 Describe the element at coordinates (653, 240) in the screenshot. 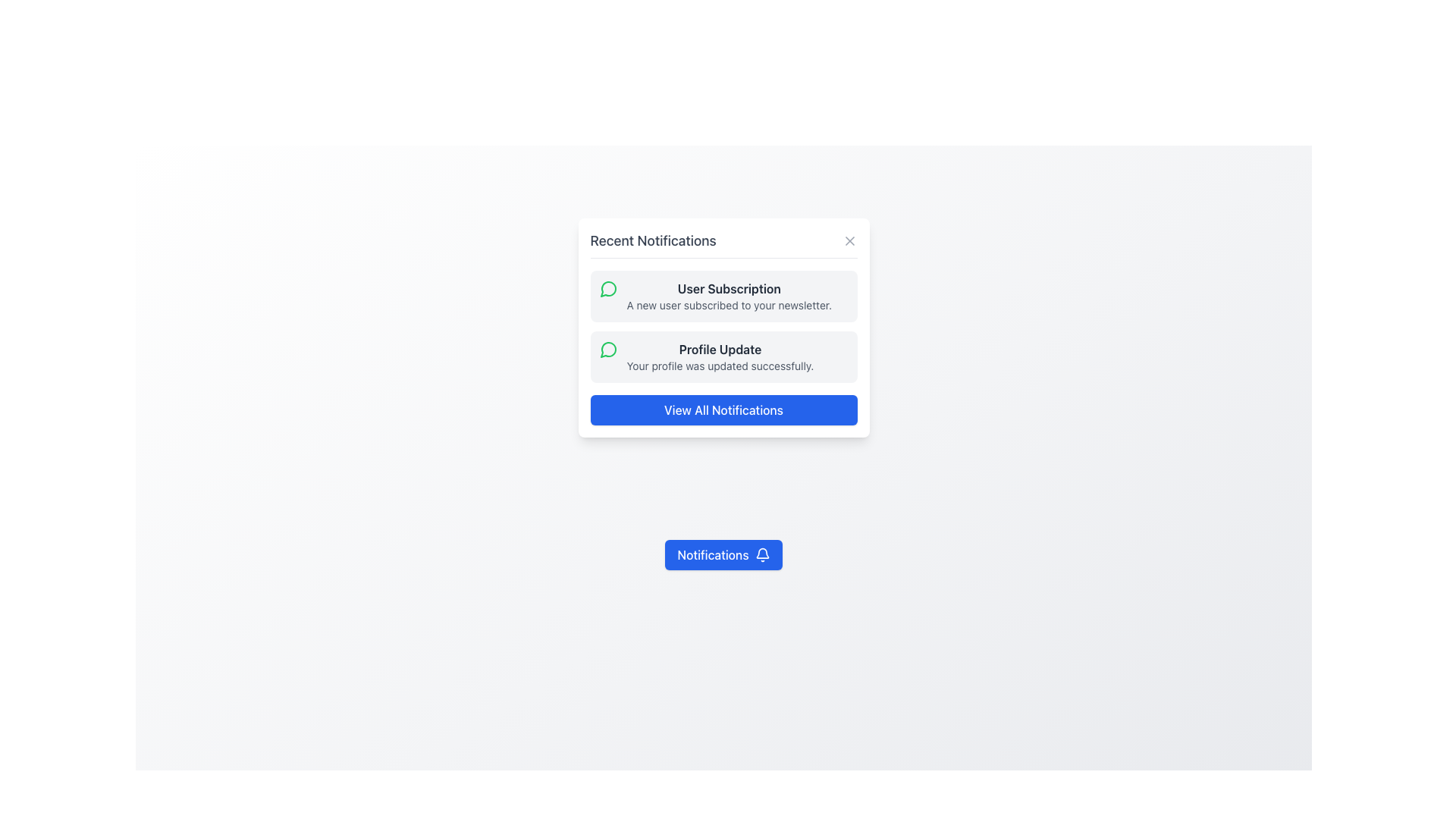

I see `text label 'Recent Notifications' displayed at the top-left of the notification panel` at that location.